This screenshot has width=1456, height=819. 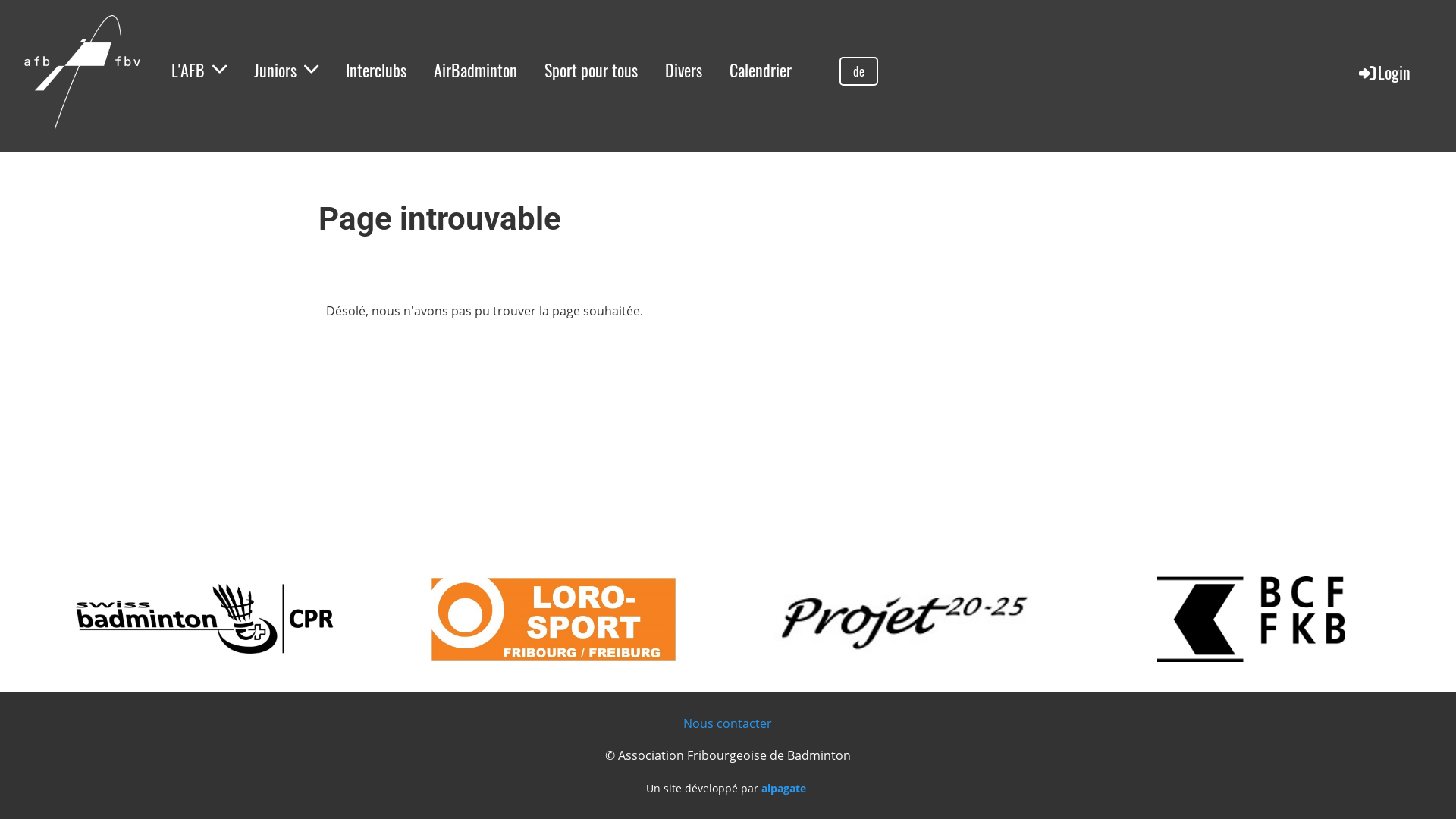 I want to click on 'alpagate', so click(x=783, y=787).